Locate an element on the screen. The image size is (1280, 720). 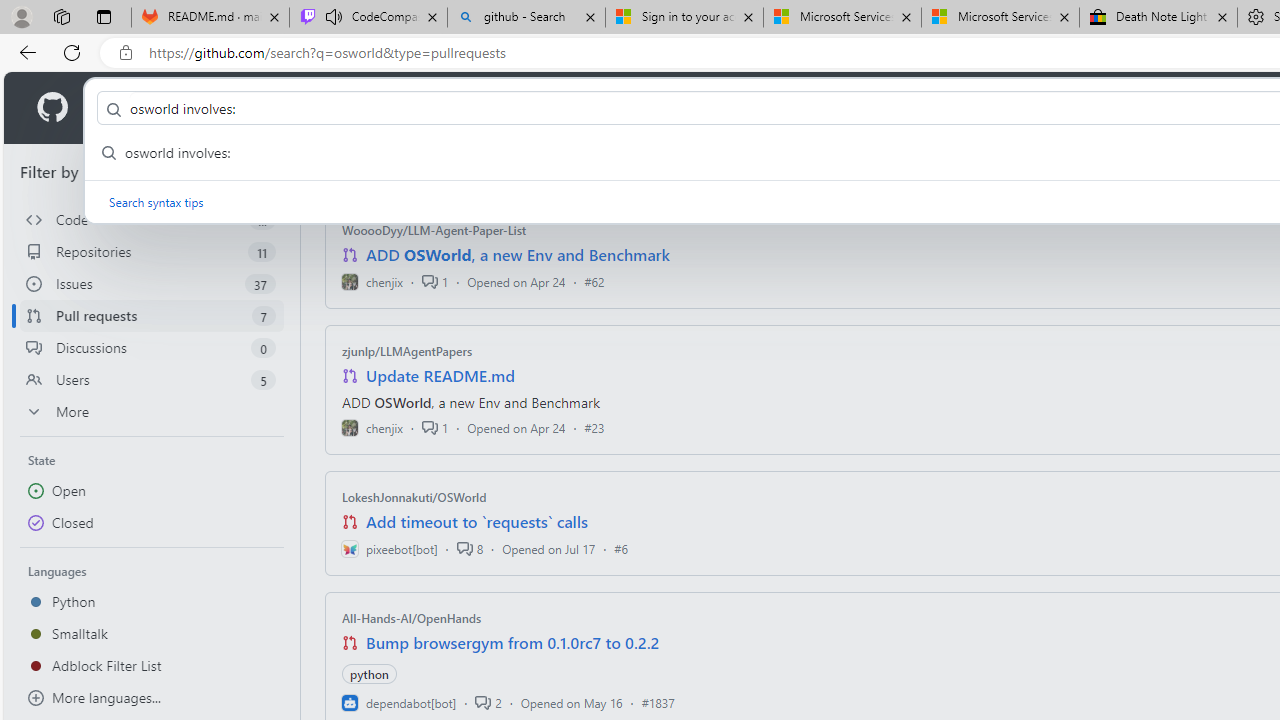
'#6' is located at coordinates (620, 548).